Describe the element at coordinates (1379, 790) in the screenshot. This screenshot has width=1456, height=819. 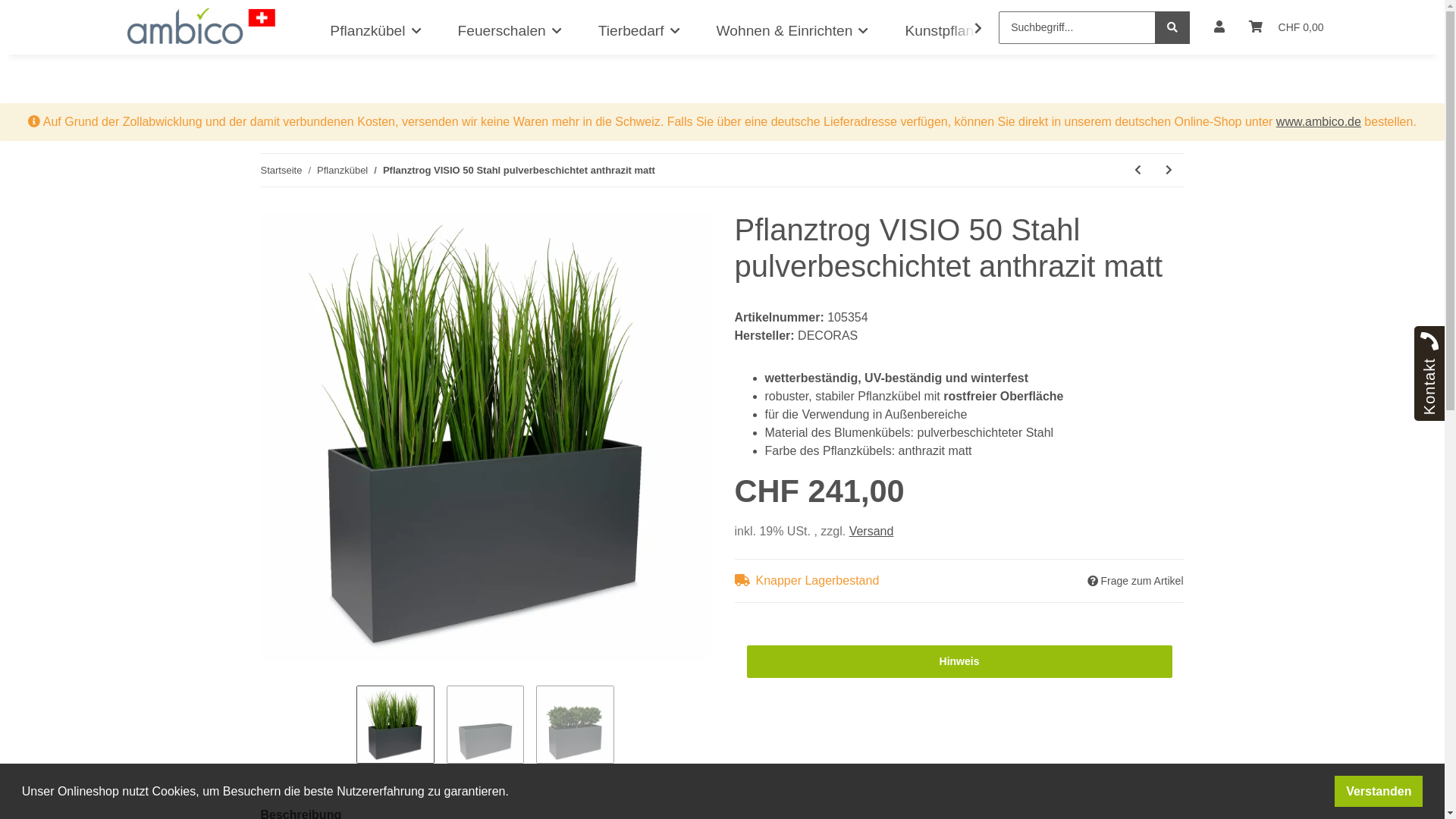
I see `'Verstanden'` at that location.